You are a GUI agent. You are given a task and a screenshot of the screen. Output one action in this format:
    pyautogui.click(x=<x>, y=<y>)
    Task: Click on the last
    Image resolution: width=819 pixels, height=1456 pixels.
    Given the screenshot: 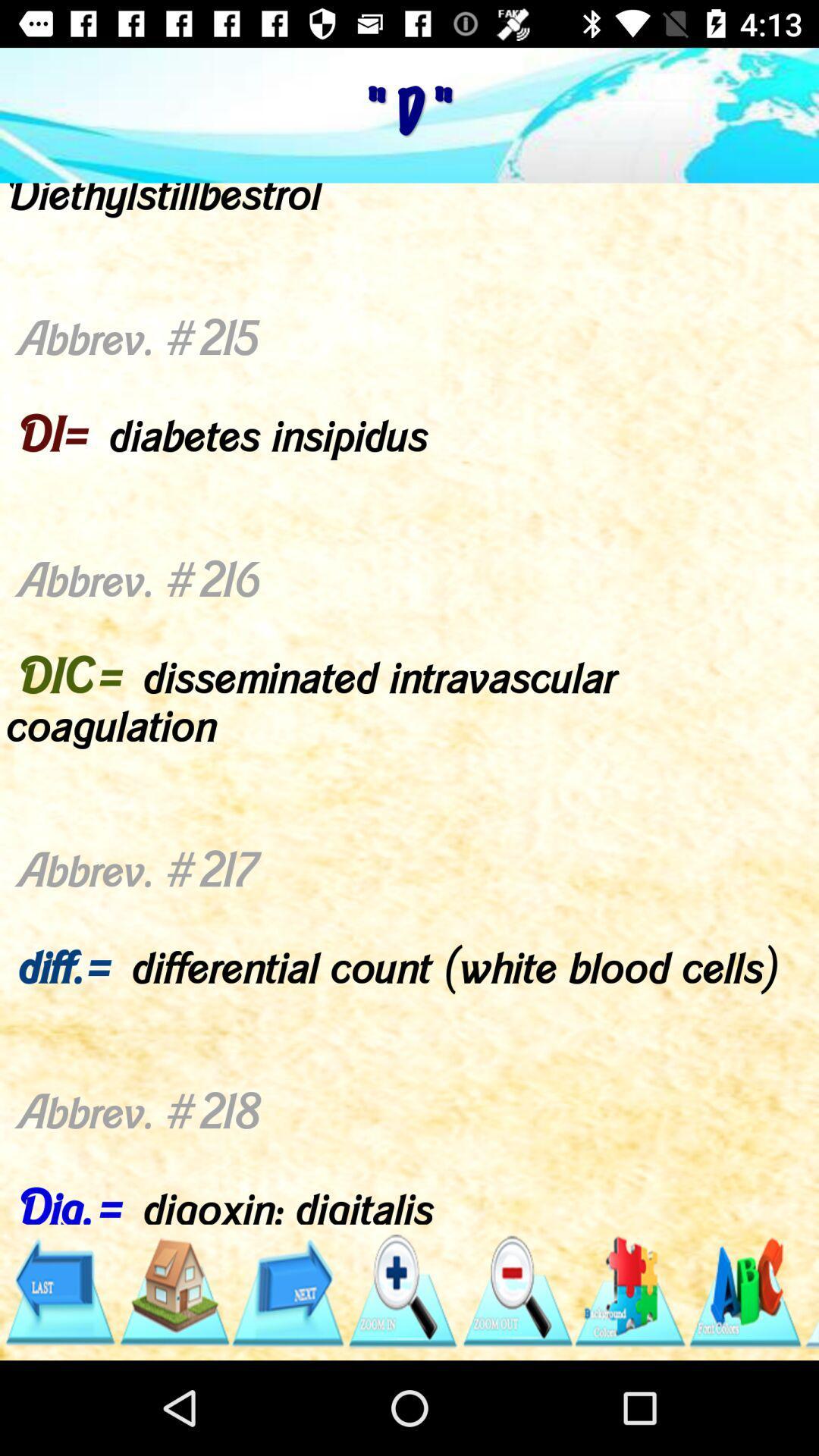 What is the action you would take?
    pyautogui.click(x=58, y=1291)
    